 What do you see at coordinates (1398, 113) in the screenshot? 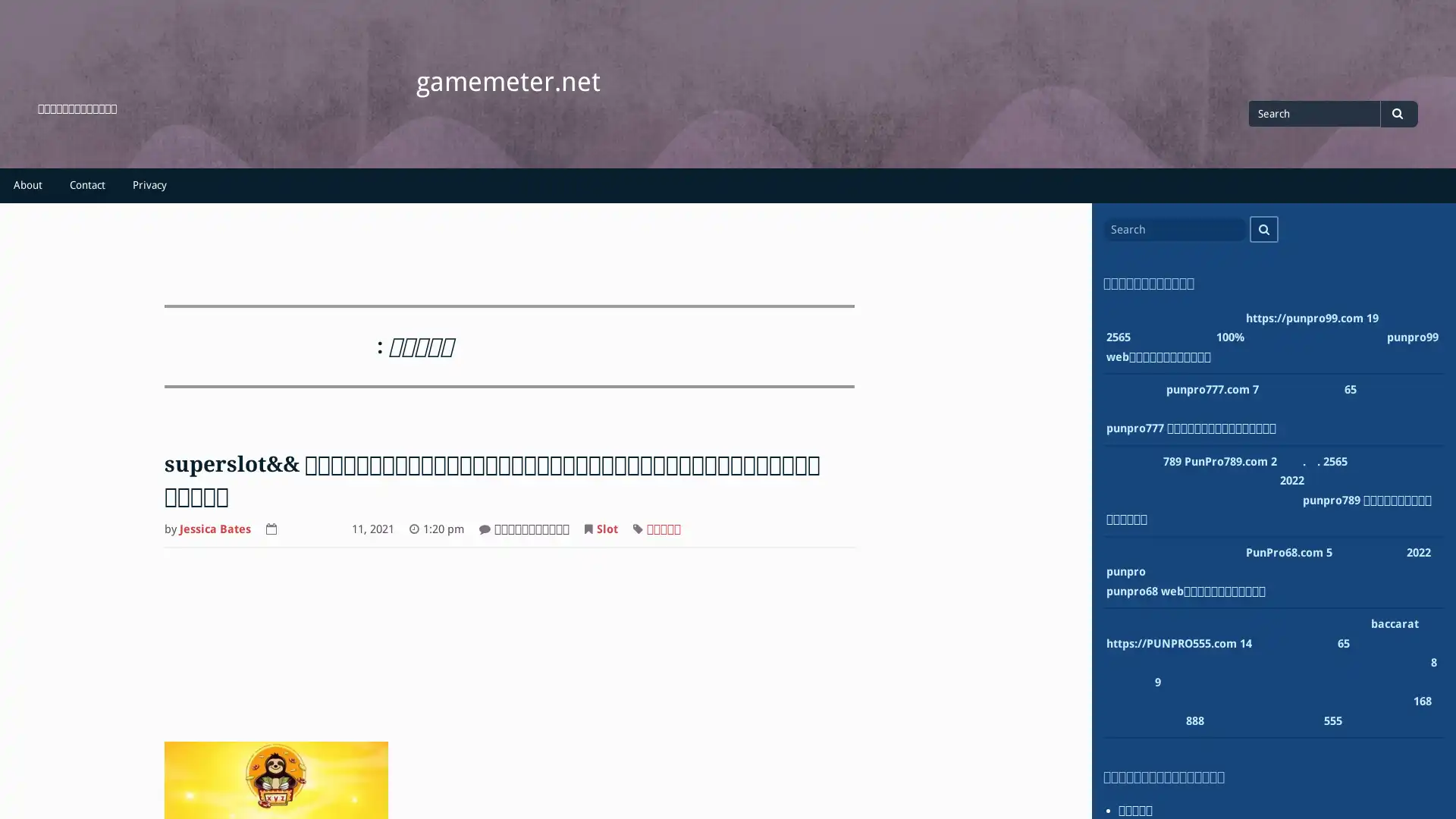
I see `Search` at bounding box center [1398, 113].